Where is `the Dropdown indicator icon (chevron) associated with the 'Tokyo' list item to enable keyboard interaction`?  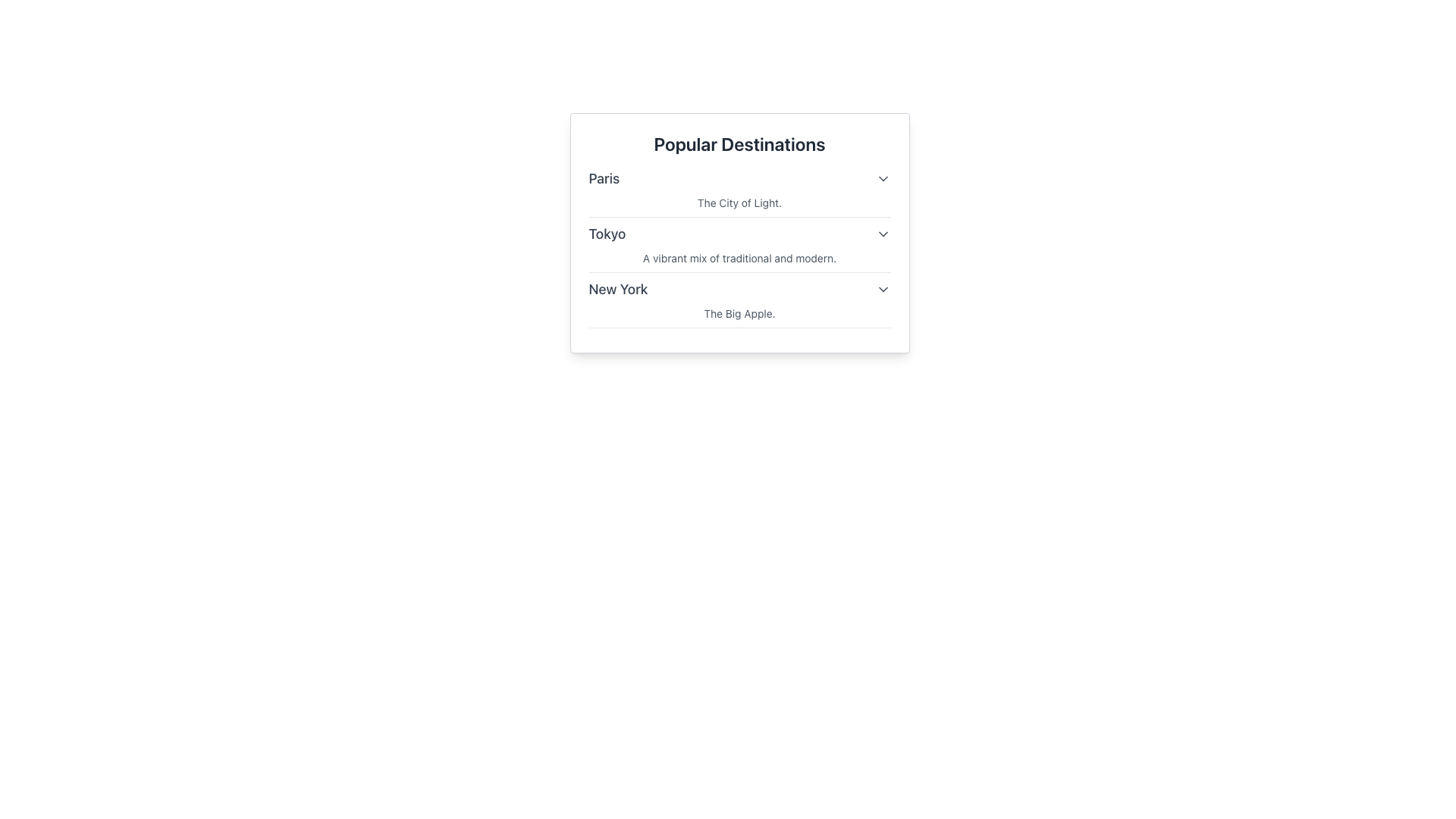 the Dropdown indicator icon (chevron) associated with the 'Tokyo' list item to enable keyboard interaction is located at coordinates (883, 234).